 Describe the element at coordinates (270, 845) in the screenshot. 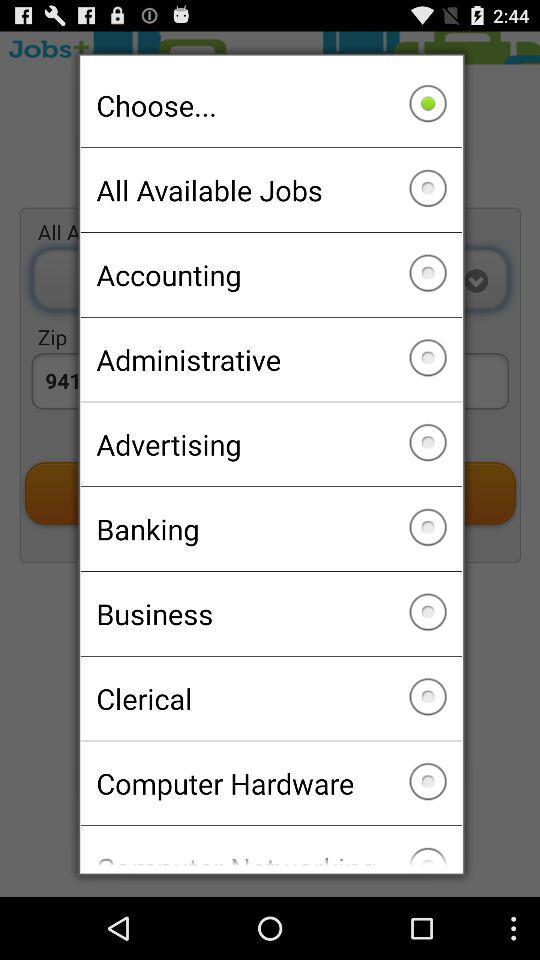

I see `the computer networking` at that location.